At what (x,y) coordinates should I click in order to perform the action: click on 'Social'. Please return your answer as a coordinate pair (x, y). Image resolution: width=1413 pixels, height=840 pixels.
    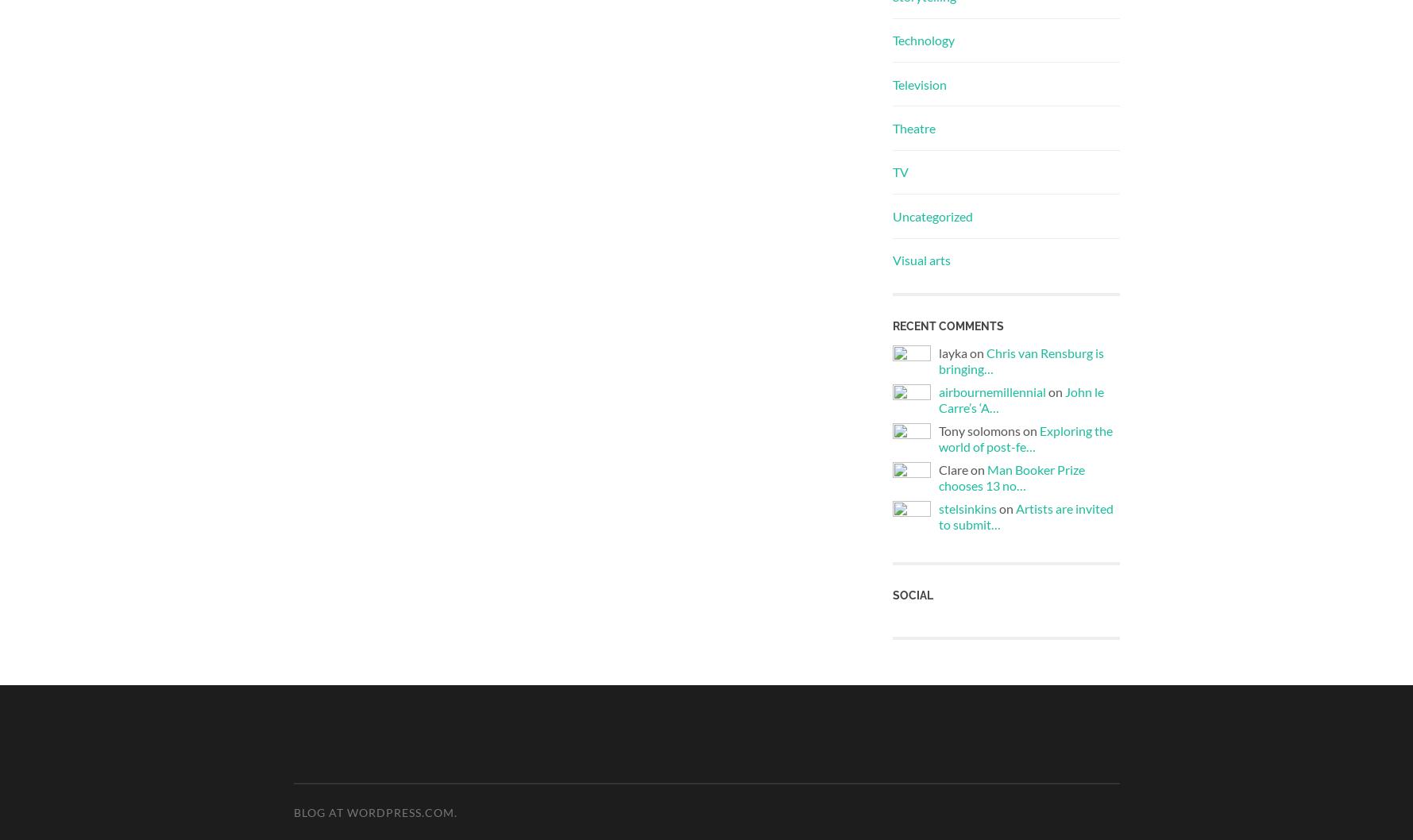
    Looking at the image, I should click on (912, 594).